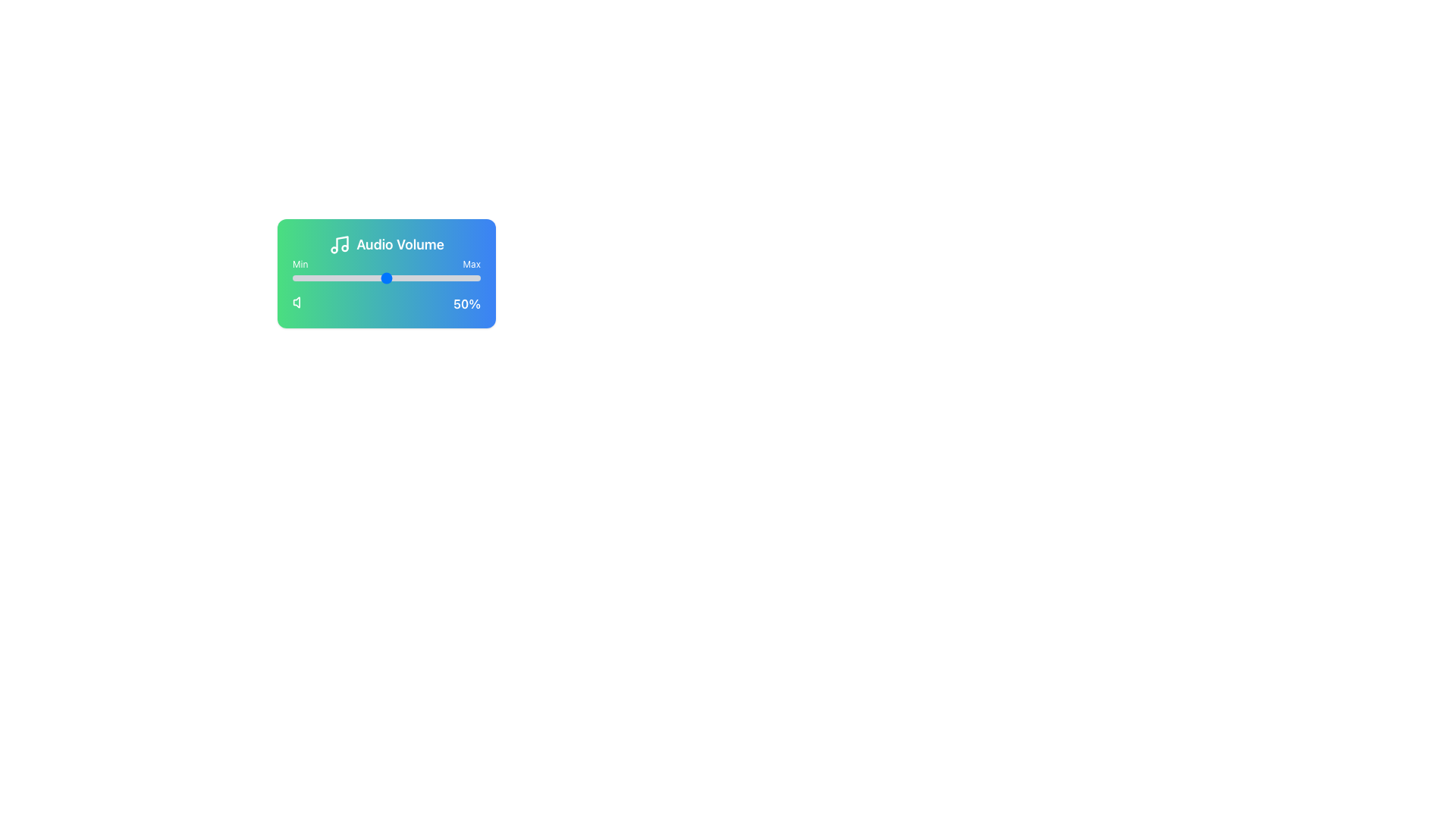  I want to click on the audio volume slider, so click(386, 278).